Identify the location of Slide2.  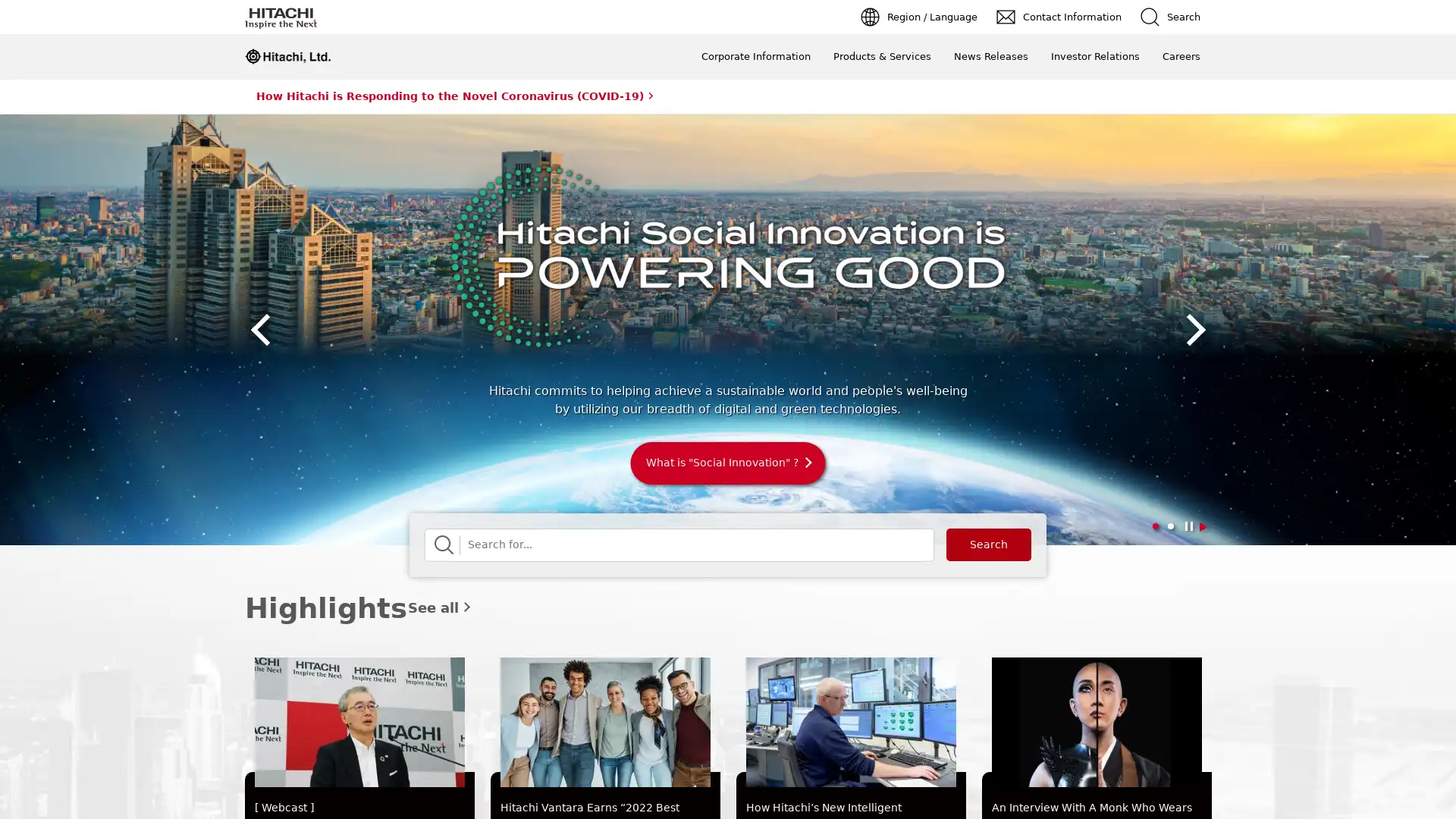
(1169, 526).